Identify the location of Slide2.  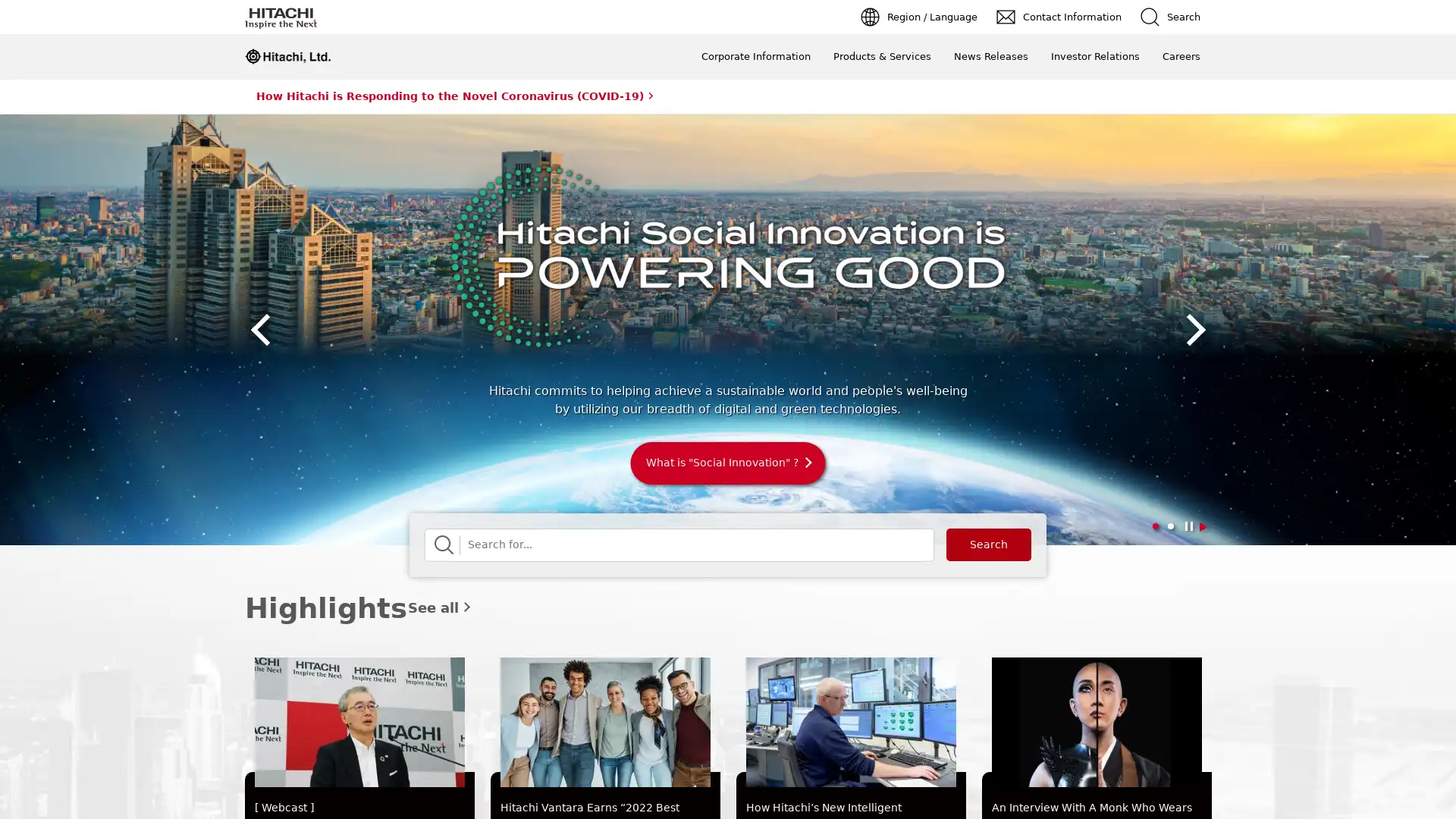
(1169, 526).